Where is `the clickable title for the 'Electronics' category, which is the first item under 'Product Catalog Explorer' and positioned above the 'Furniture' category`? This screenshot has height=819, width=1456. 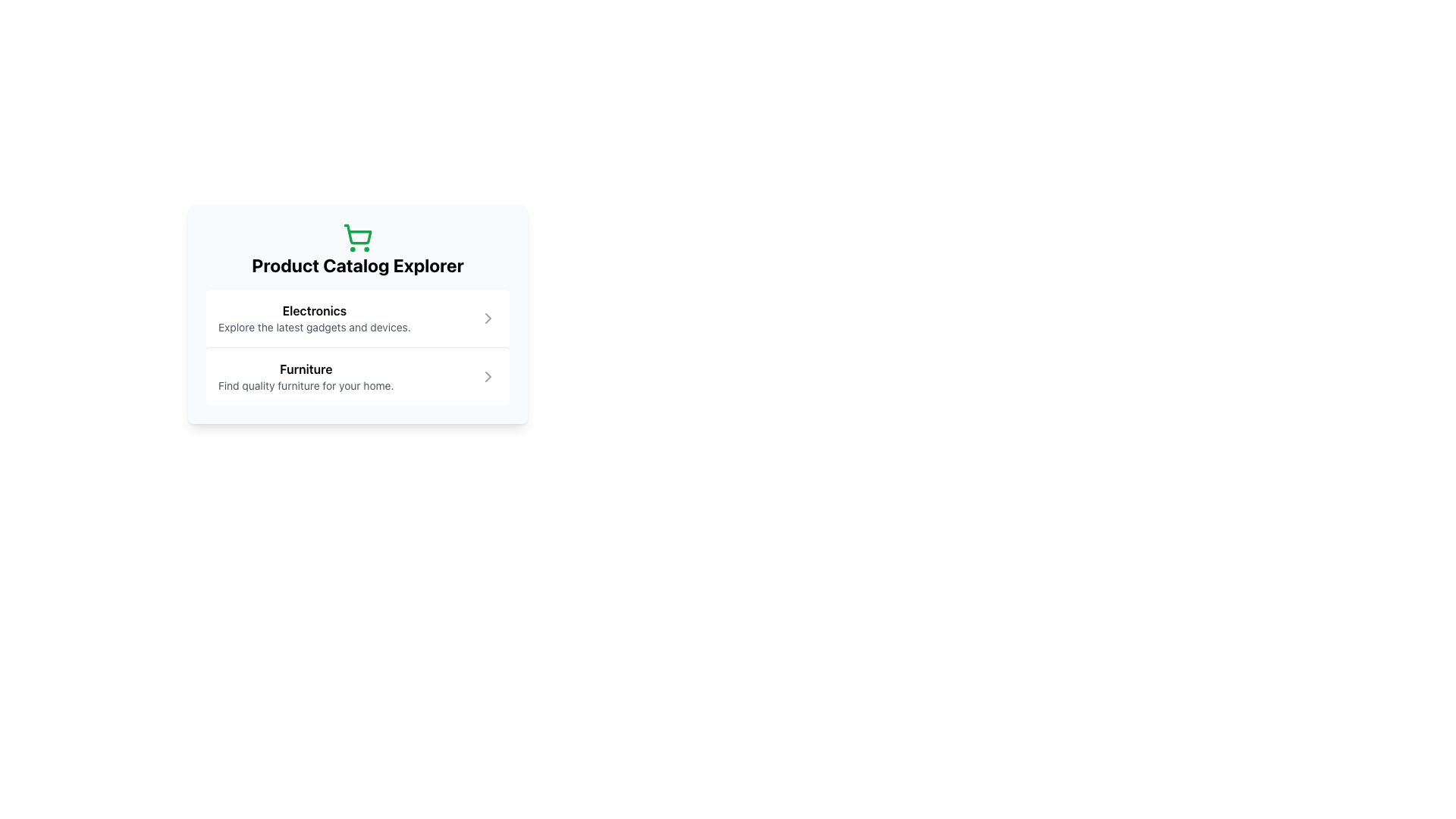
the clickable title for the 'Electronics' category, which is the first item under 'Product Catalog Explorer' and positioned above the 'Furniture' category is located at coordinates (313, 318).